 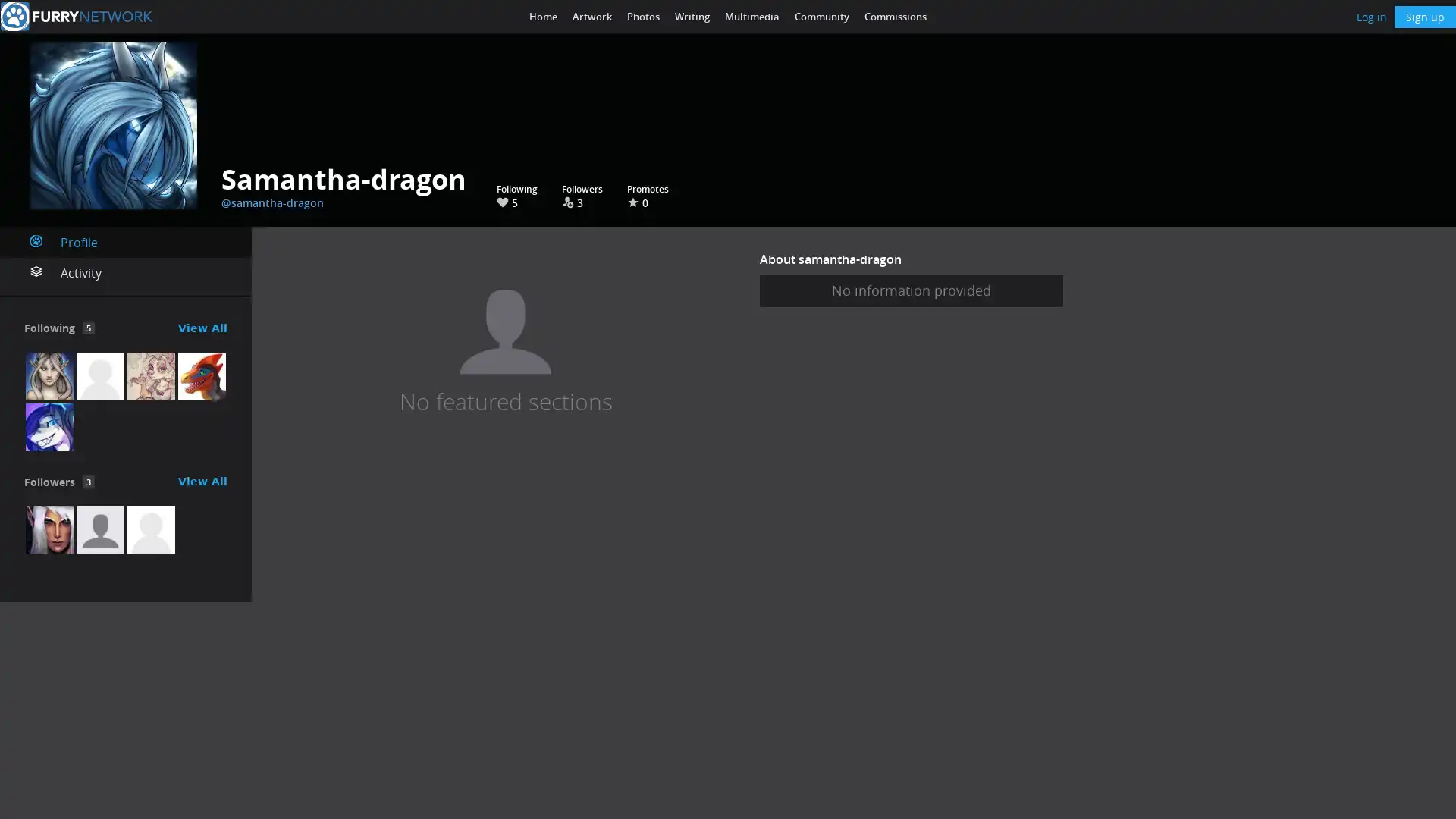 I want to click on View All, so click(x=202, y=482).